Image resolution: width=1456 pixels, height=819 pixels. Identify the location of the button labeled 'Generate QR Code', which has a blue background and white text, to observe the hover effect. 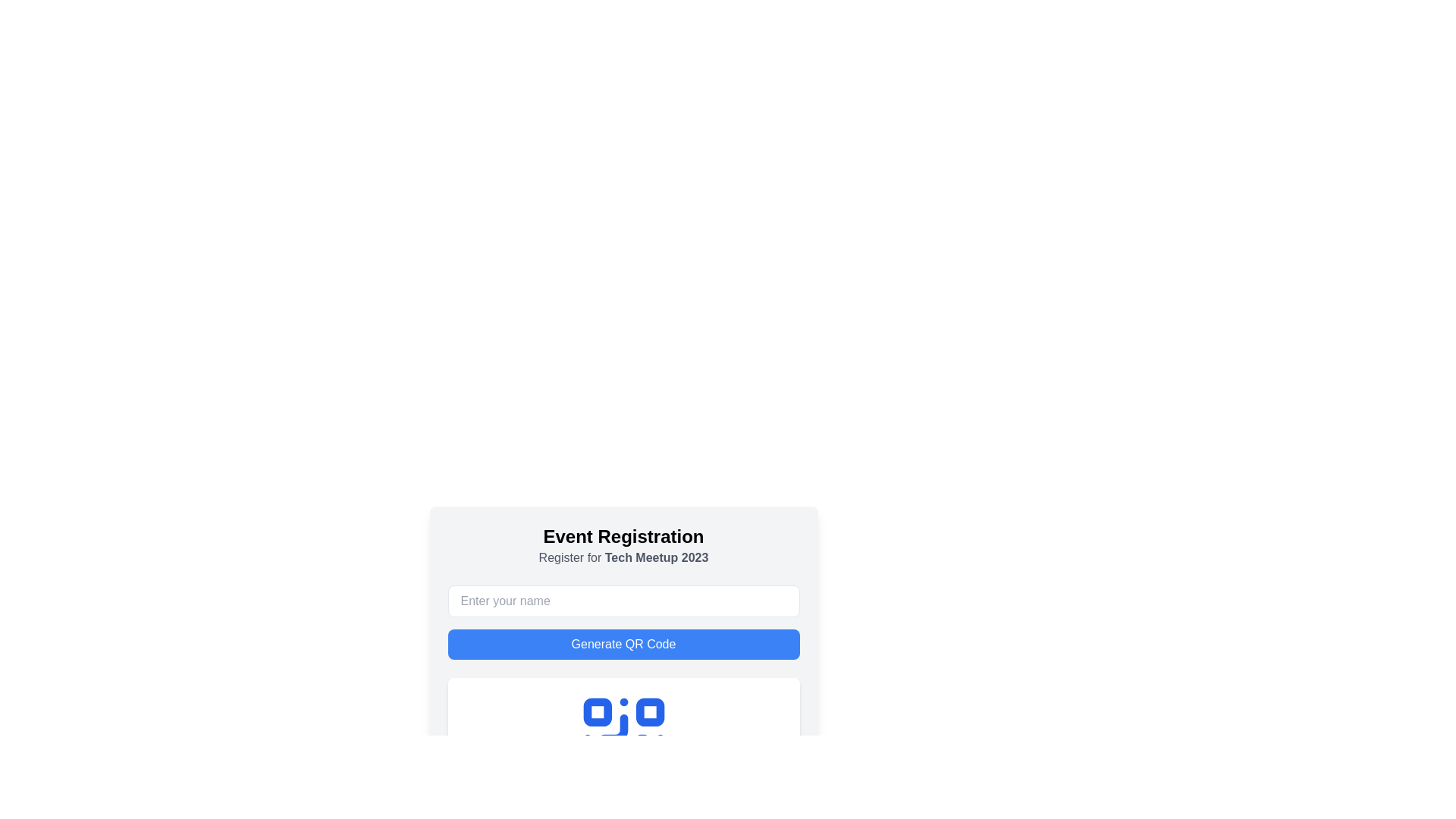
(623, 644).